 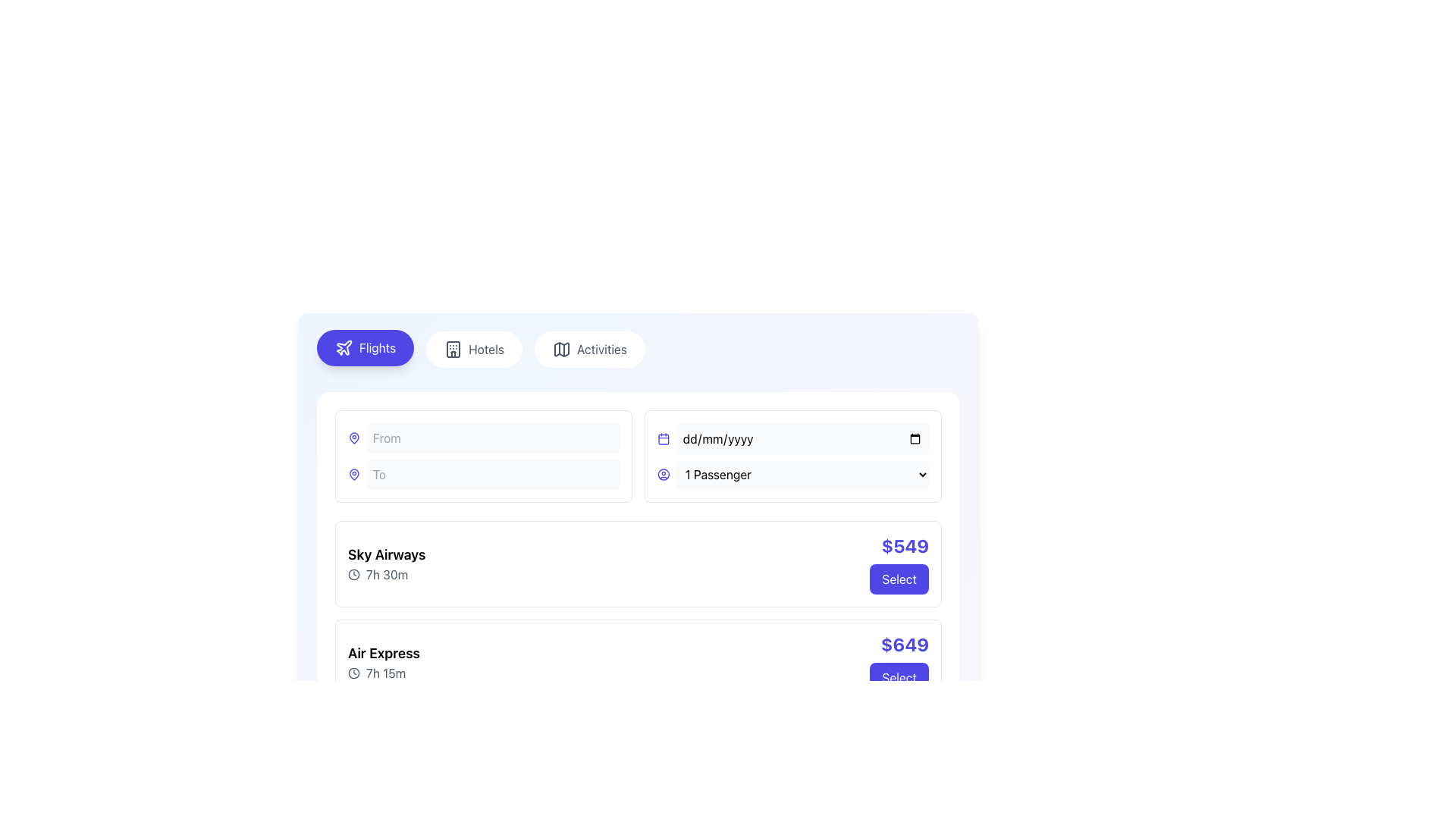 What do you see at coordinates (386, 672) in the screenshot?
I see `the displayed text of the duration label located under the 'Air Express' flight option, adjacent to the clock icon` at bounding box center [386, 672].